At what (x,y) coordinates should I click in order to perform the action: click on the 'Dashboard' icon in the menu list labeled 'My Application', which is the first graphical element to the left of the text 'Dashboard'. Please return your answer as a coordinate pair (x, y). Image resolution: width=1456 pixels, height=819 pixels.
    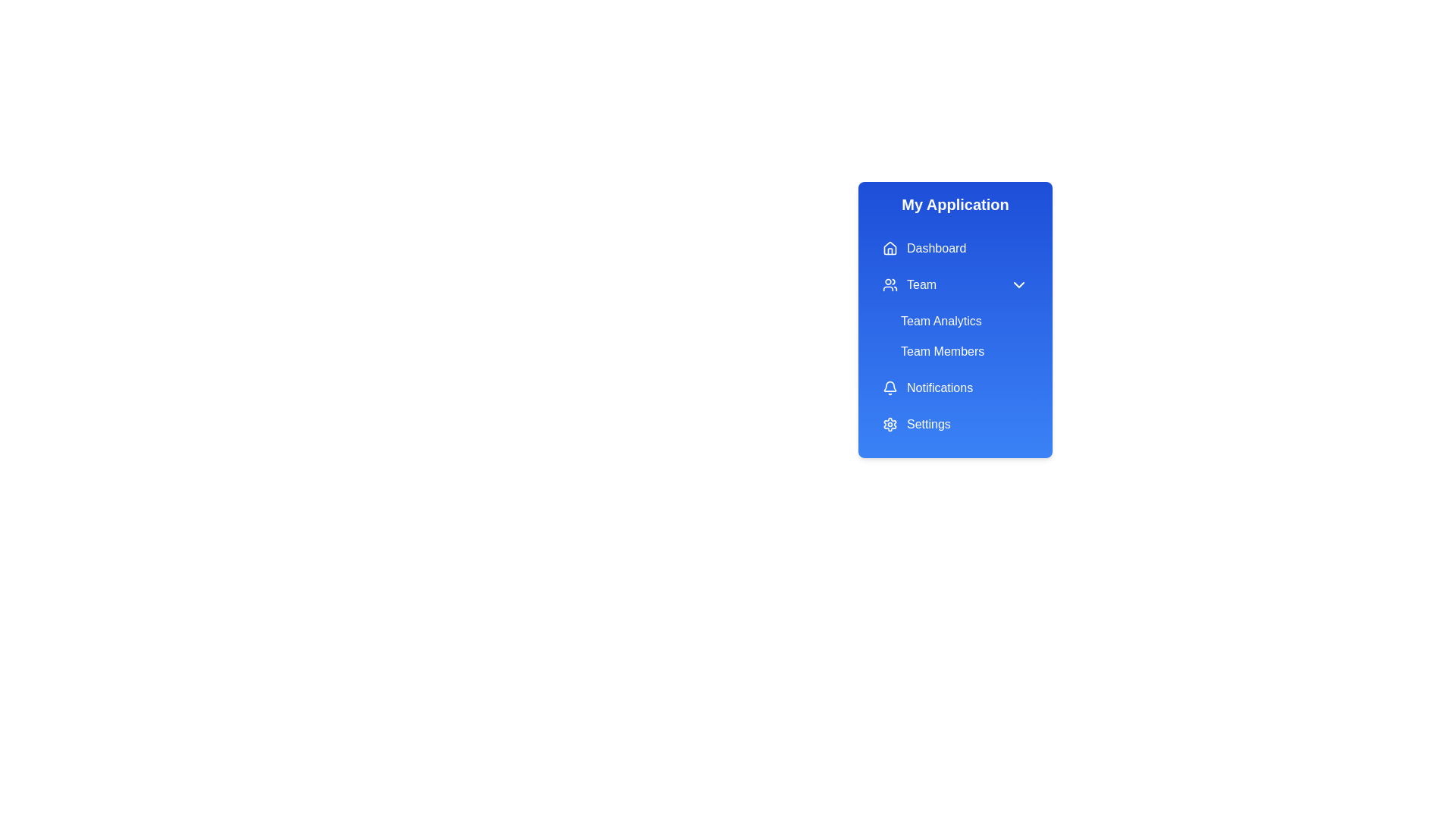
    Looking at the image, I should click on (890, 247).